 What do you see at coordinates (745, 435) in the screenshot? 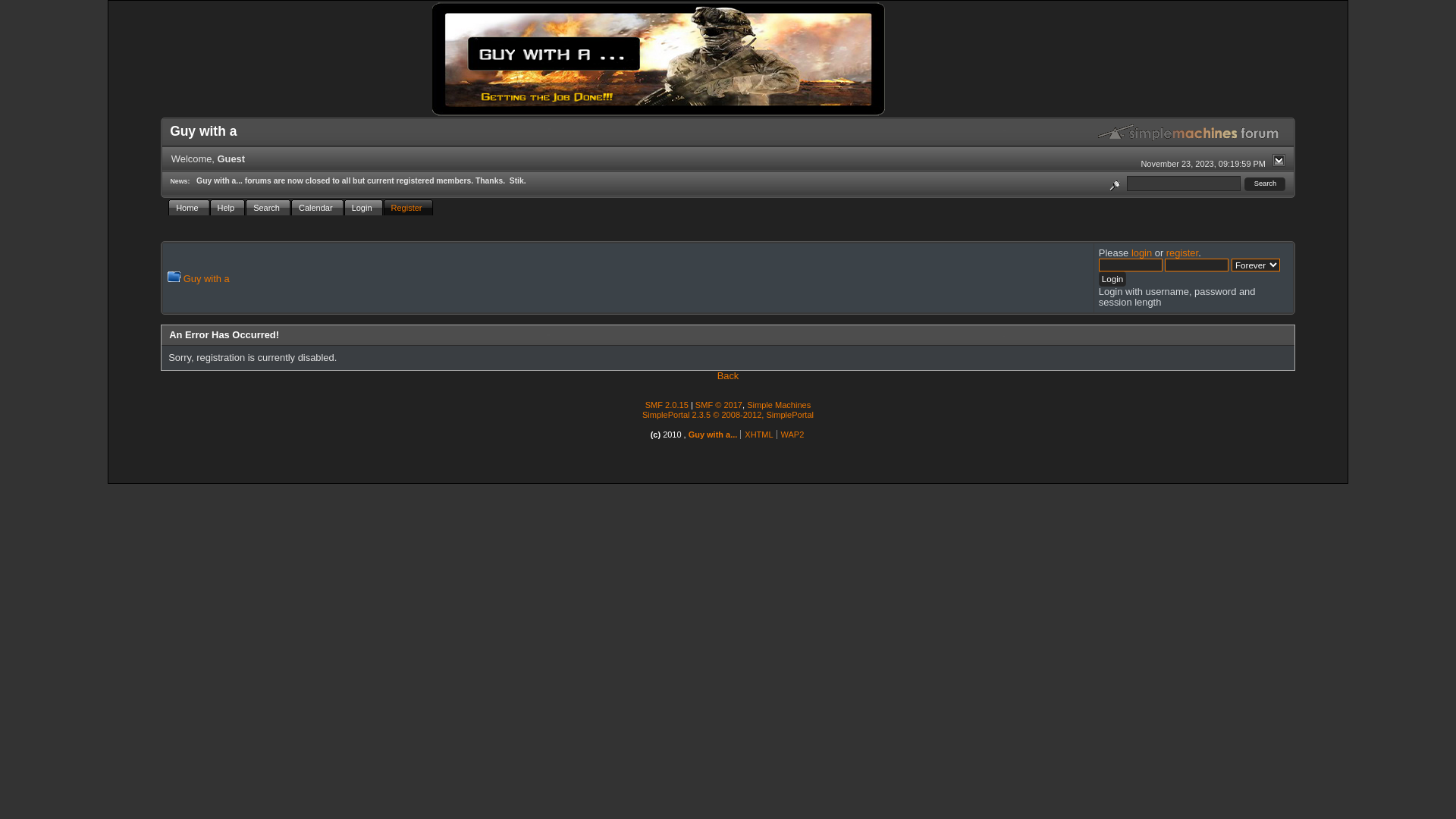
I see `'XHTML'` at bounding box center [745, 435].